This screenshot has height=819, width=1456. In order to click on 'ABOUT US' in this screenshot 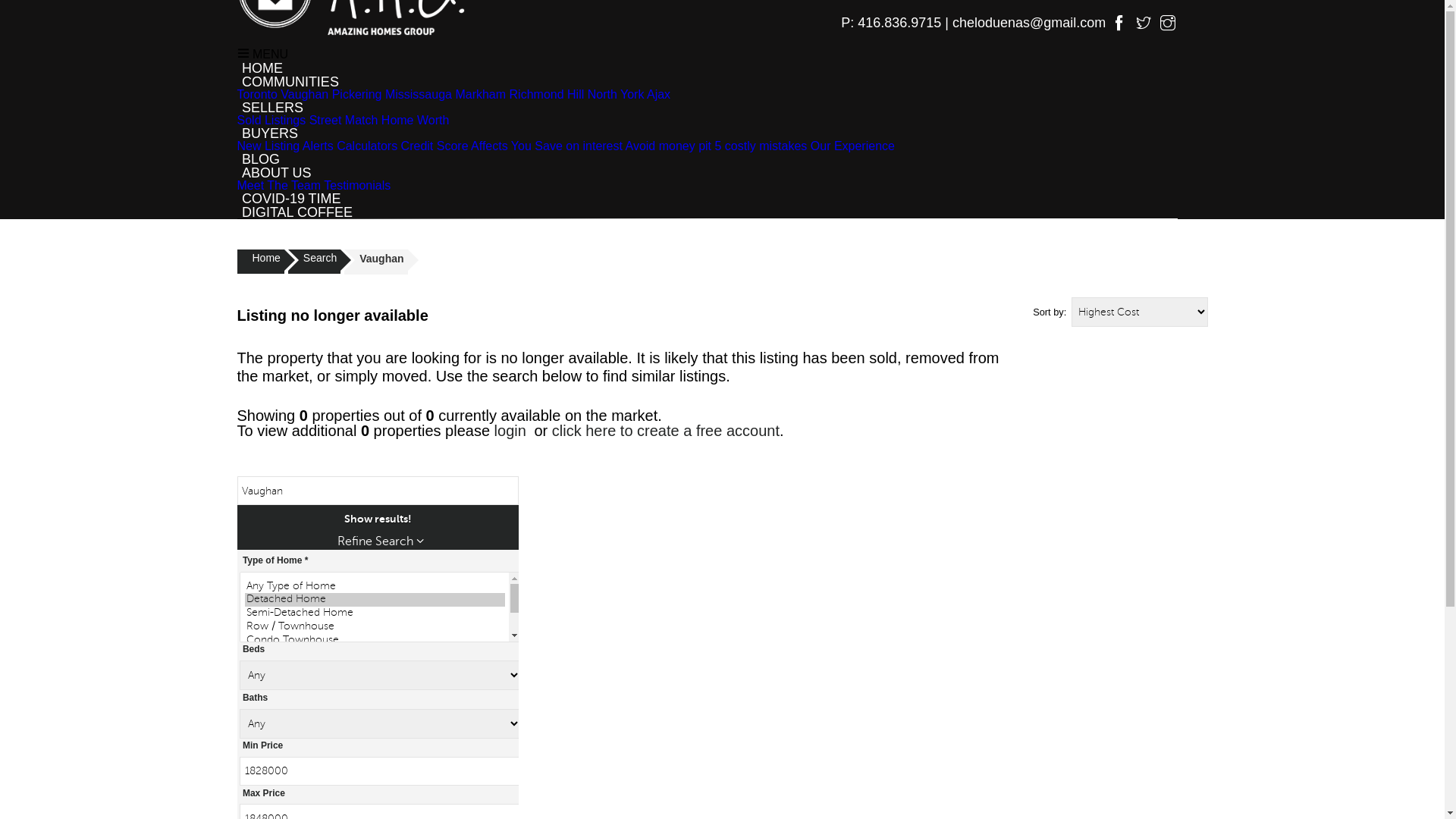, I will do `click(276, 171)`.